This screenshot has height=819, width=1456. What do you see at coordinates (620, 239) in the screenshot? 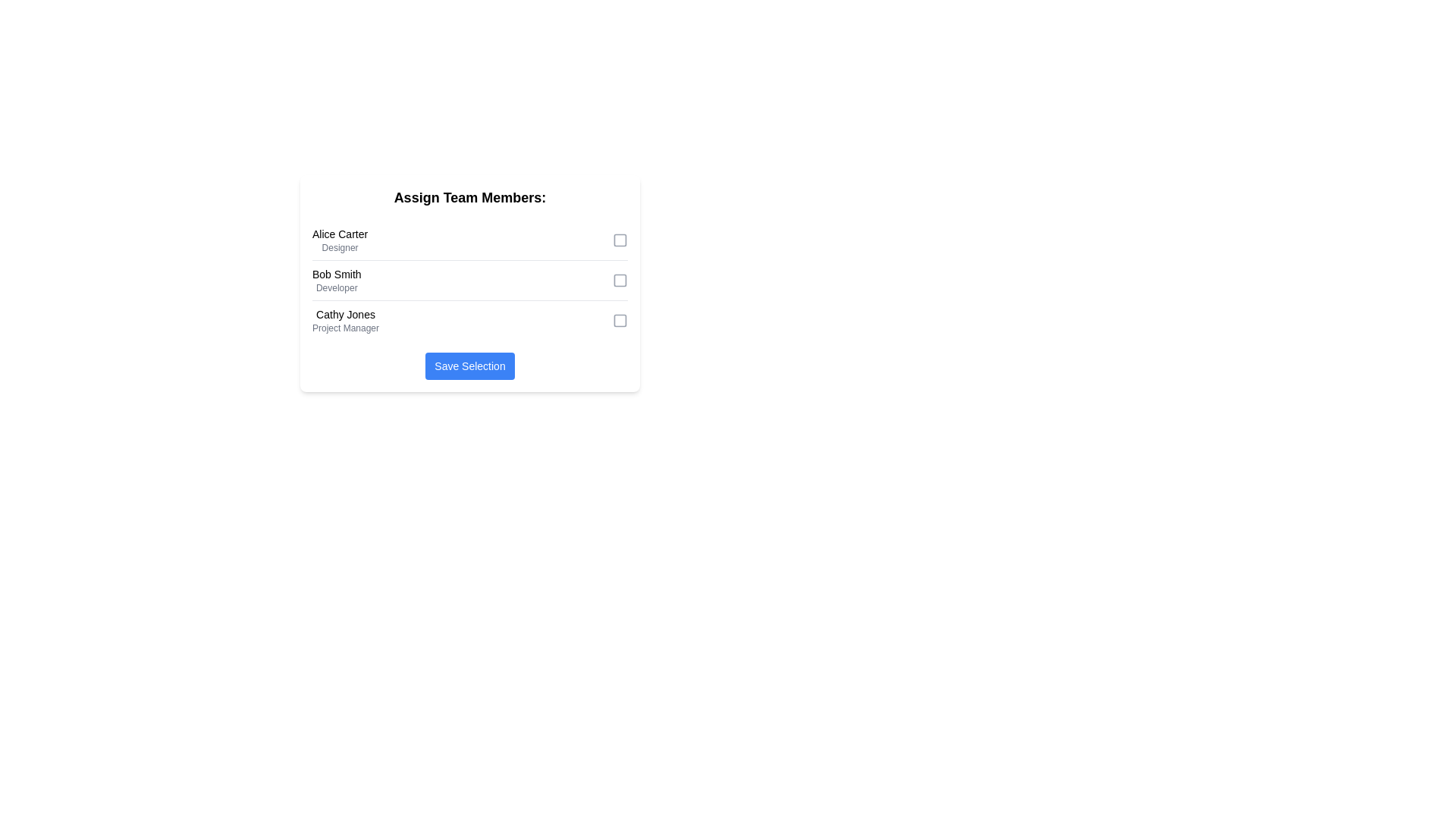
I see `the interactive checkbox next to the 'Alice Carter' label` at bounding box center [620, 239].